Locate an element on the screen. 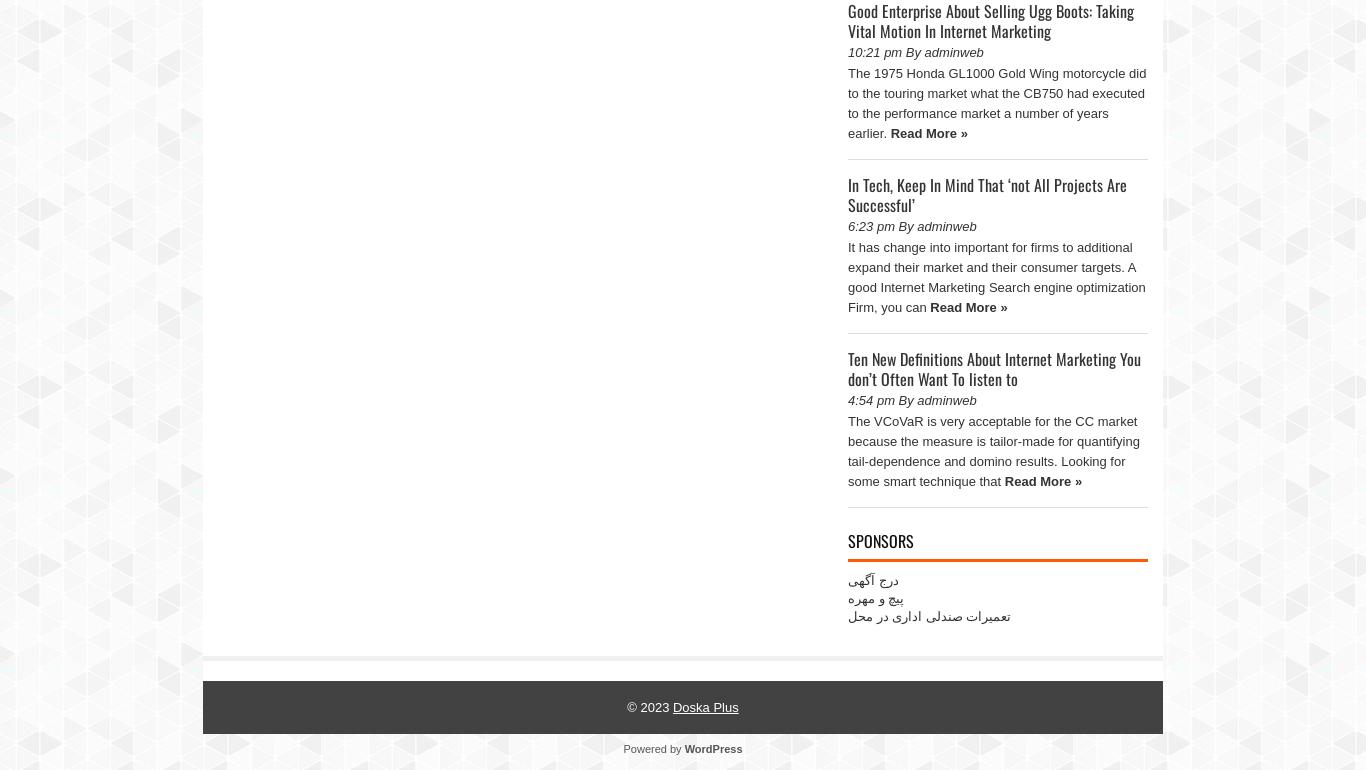 The image size is (1366, 770). 'Doska Plus' is located at coordinates (670, 706).